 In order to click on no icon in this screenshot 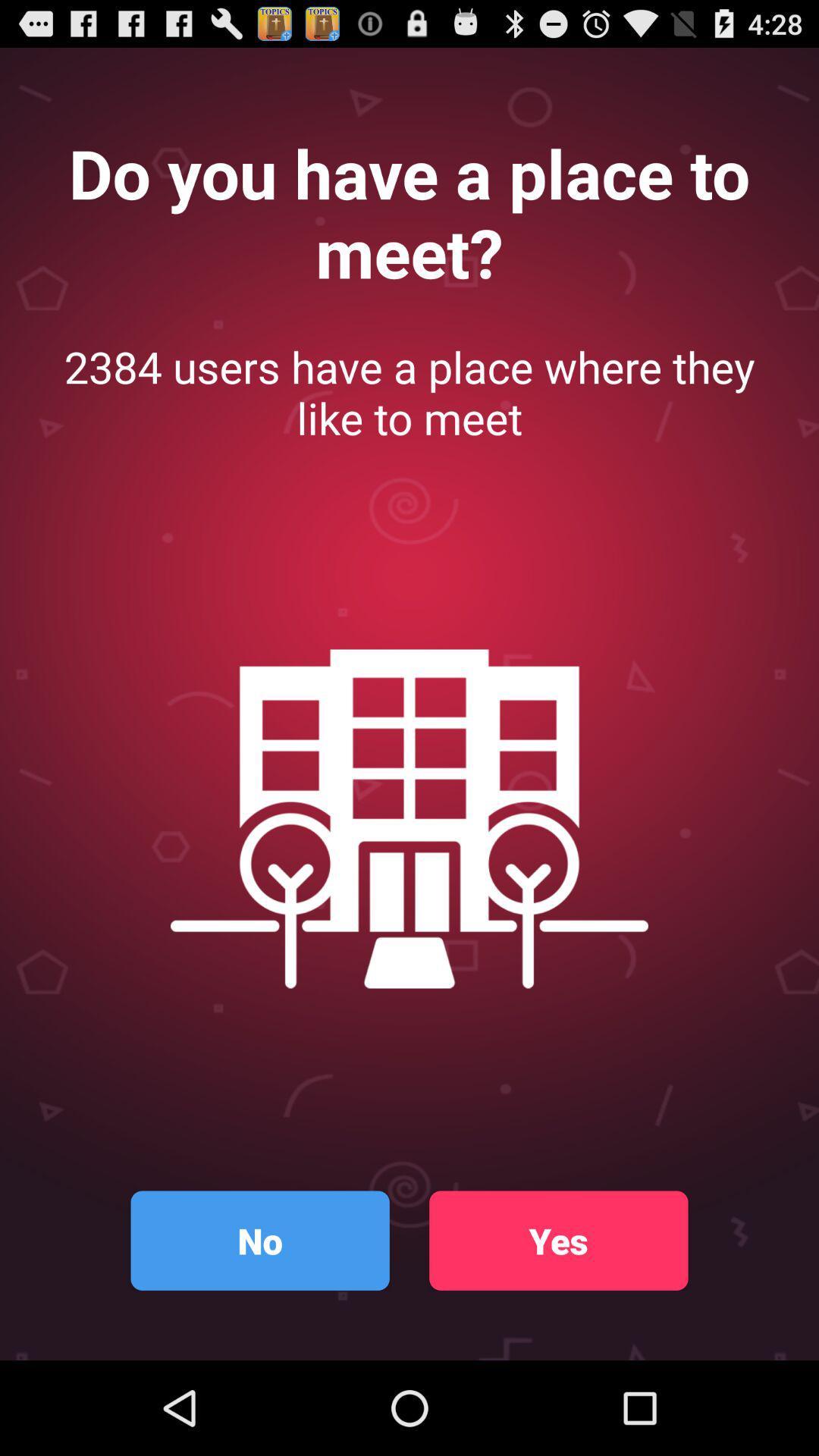, I will do `click(259, 1241)`.